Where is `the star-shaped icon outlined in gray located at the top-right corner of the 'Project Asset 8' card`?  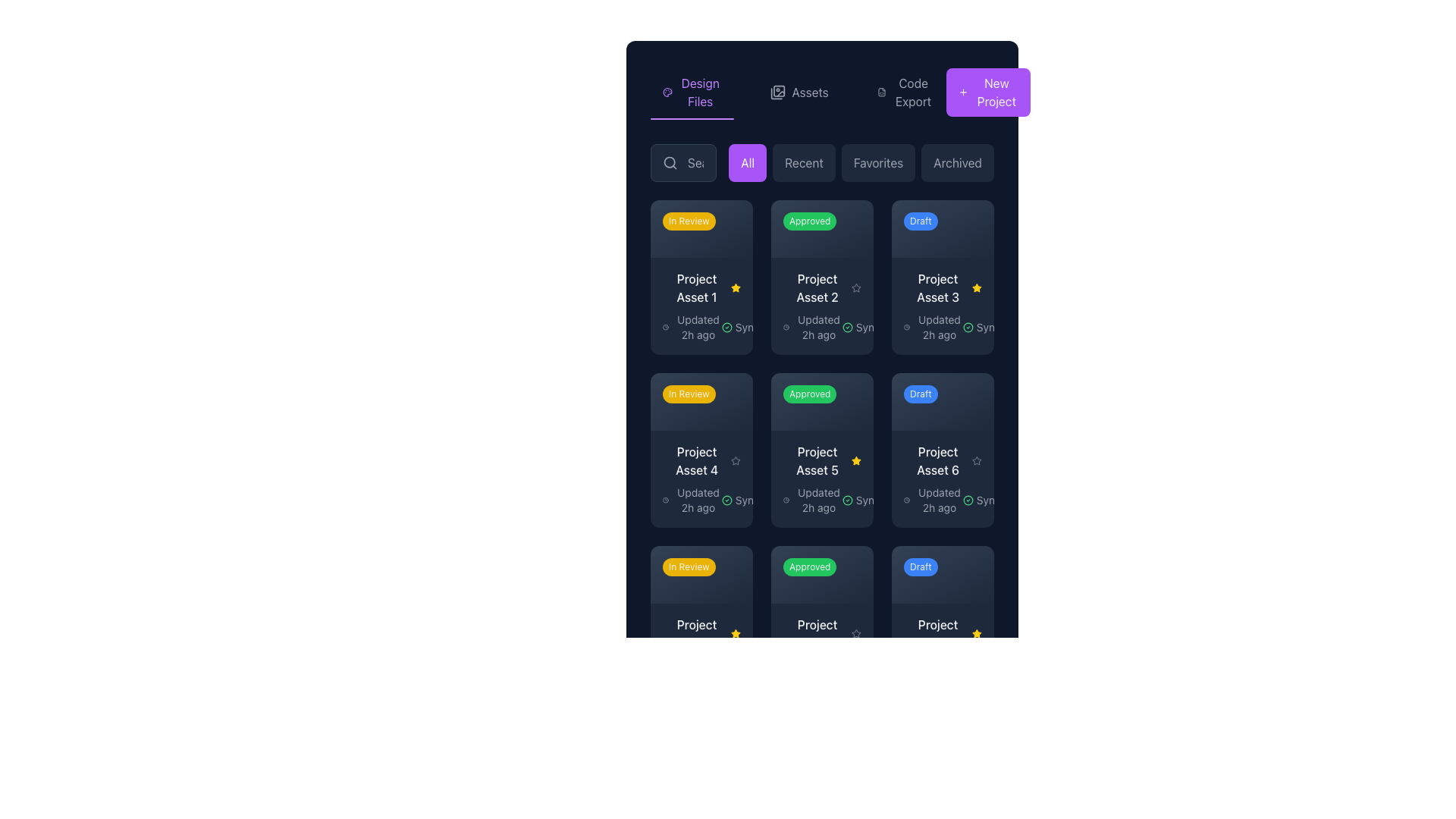 the star-shaped icon outlined in gray located at the top-right corner of the 'Project Asset 8' card is located at coordinates (856, 633).